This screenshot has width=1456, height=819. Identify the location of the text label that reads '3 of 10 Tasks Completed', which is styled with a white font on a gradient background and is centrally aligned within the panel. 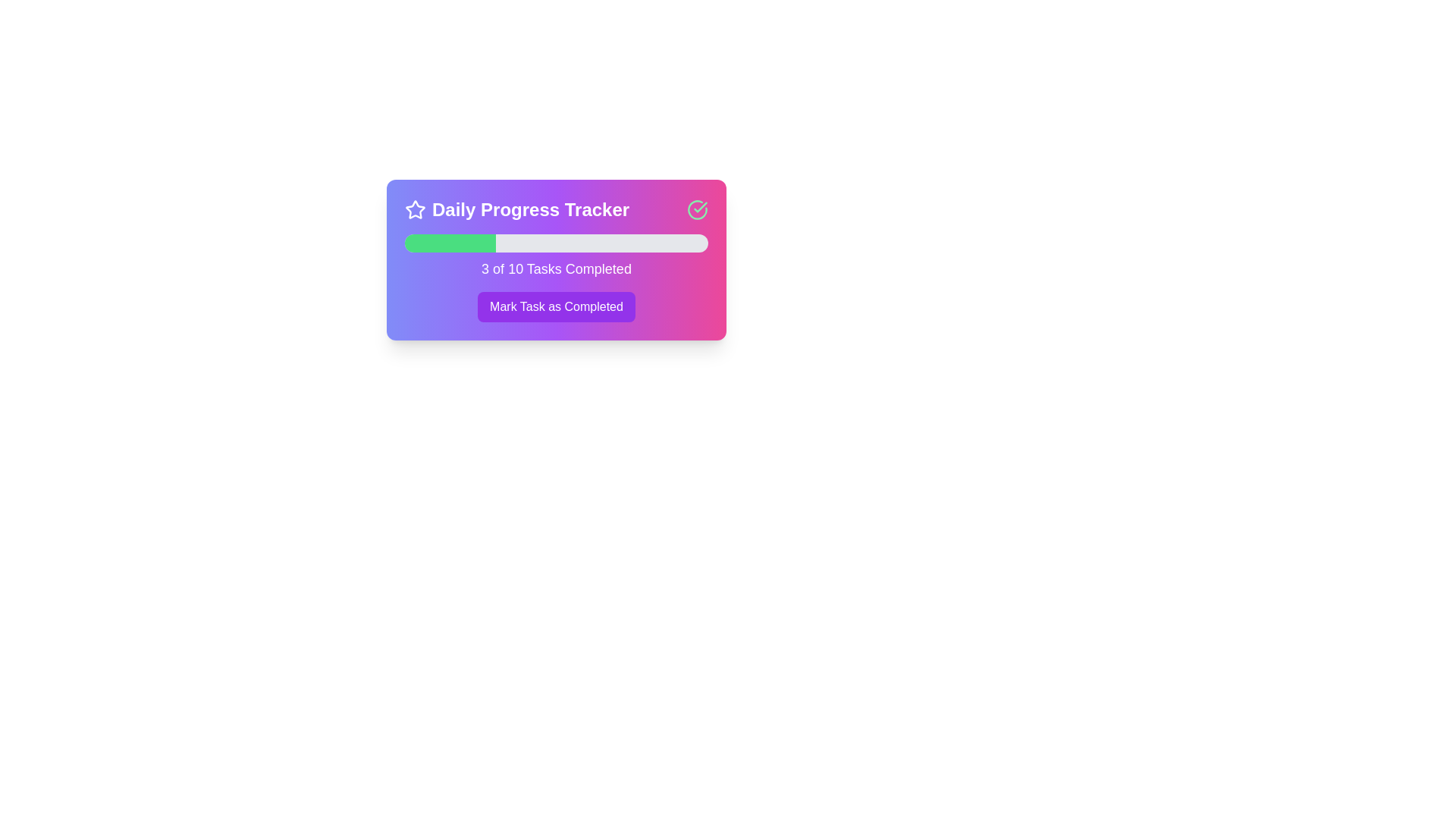
(556, 268).